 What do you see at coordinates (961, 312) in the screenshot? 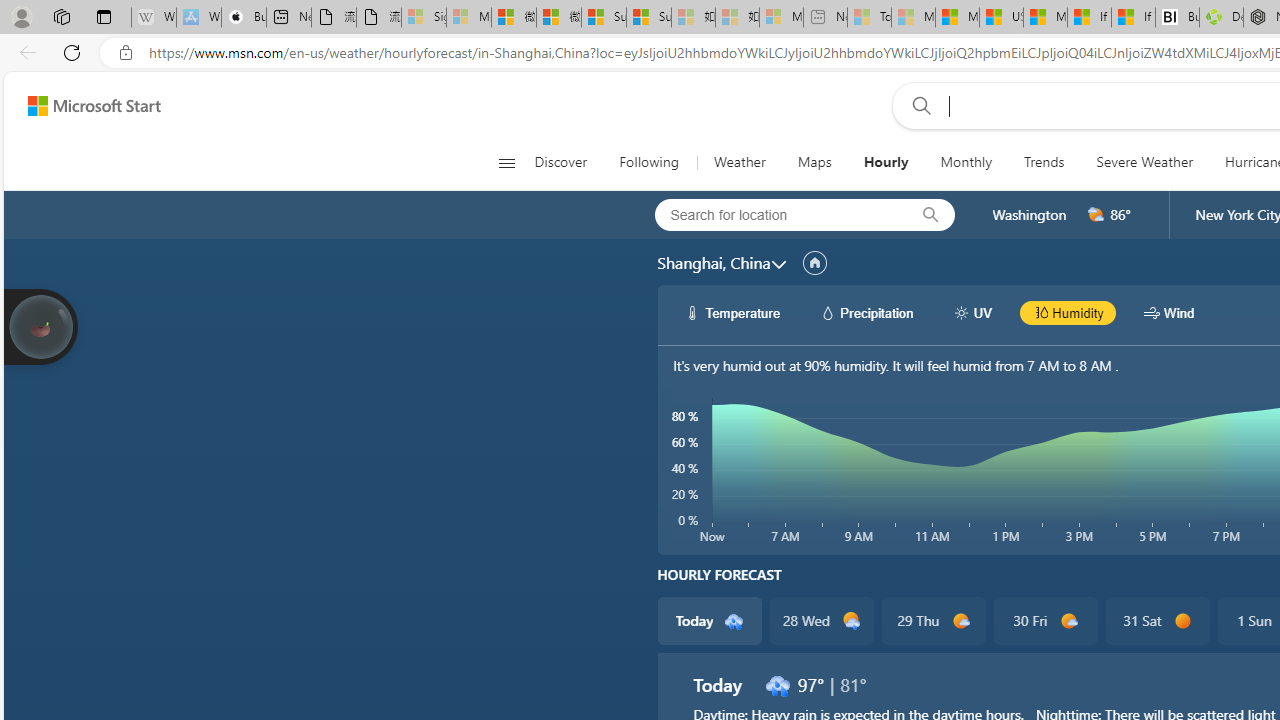
I see `'hourlyChart/uvWhite'` at bounding box center [961, 312].